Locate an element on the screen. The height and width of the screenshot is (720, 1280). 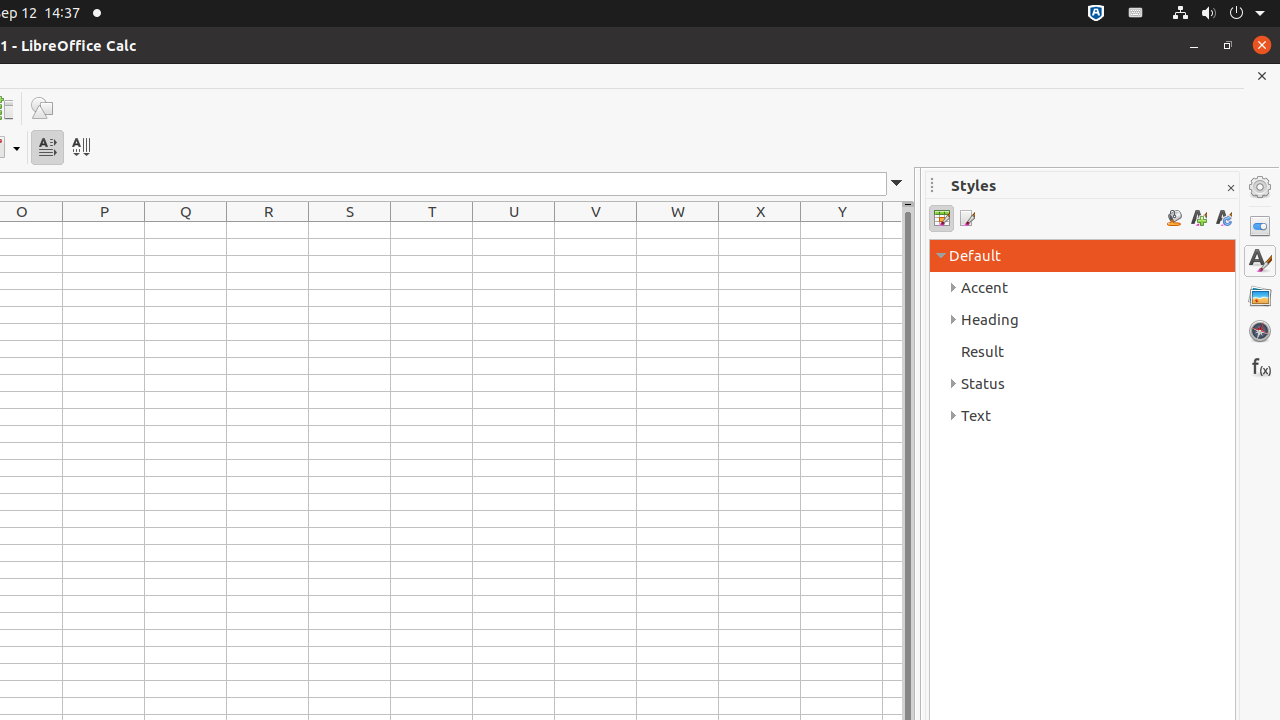
'Text direction from left to right' is located at coordinates (47, 146).